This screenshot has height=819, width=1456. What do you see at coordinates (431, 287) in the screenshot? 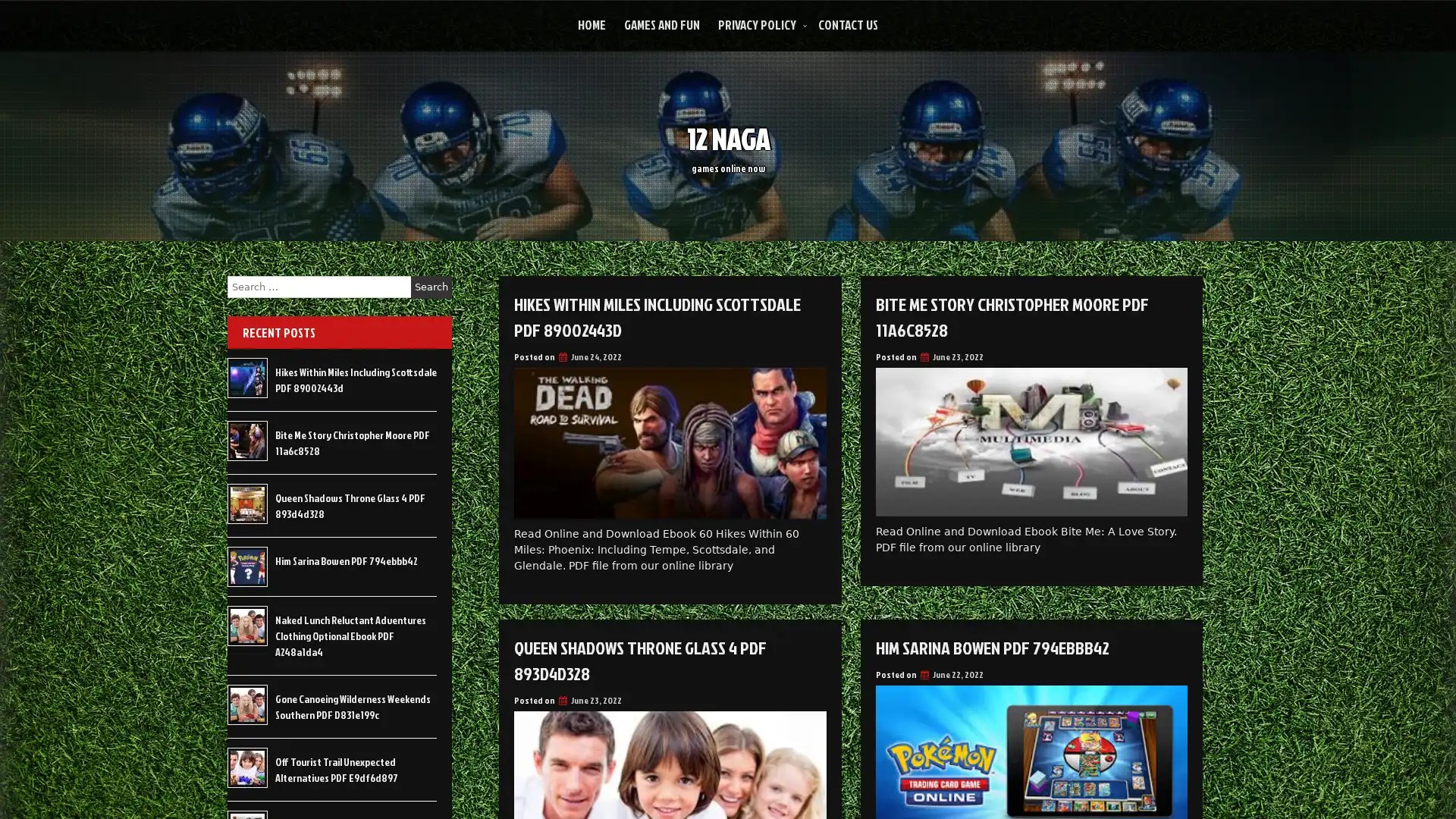
I see `Search` at bounding box center [431, 287].